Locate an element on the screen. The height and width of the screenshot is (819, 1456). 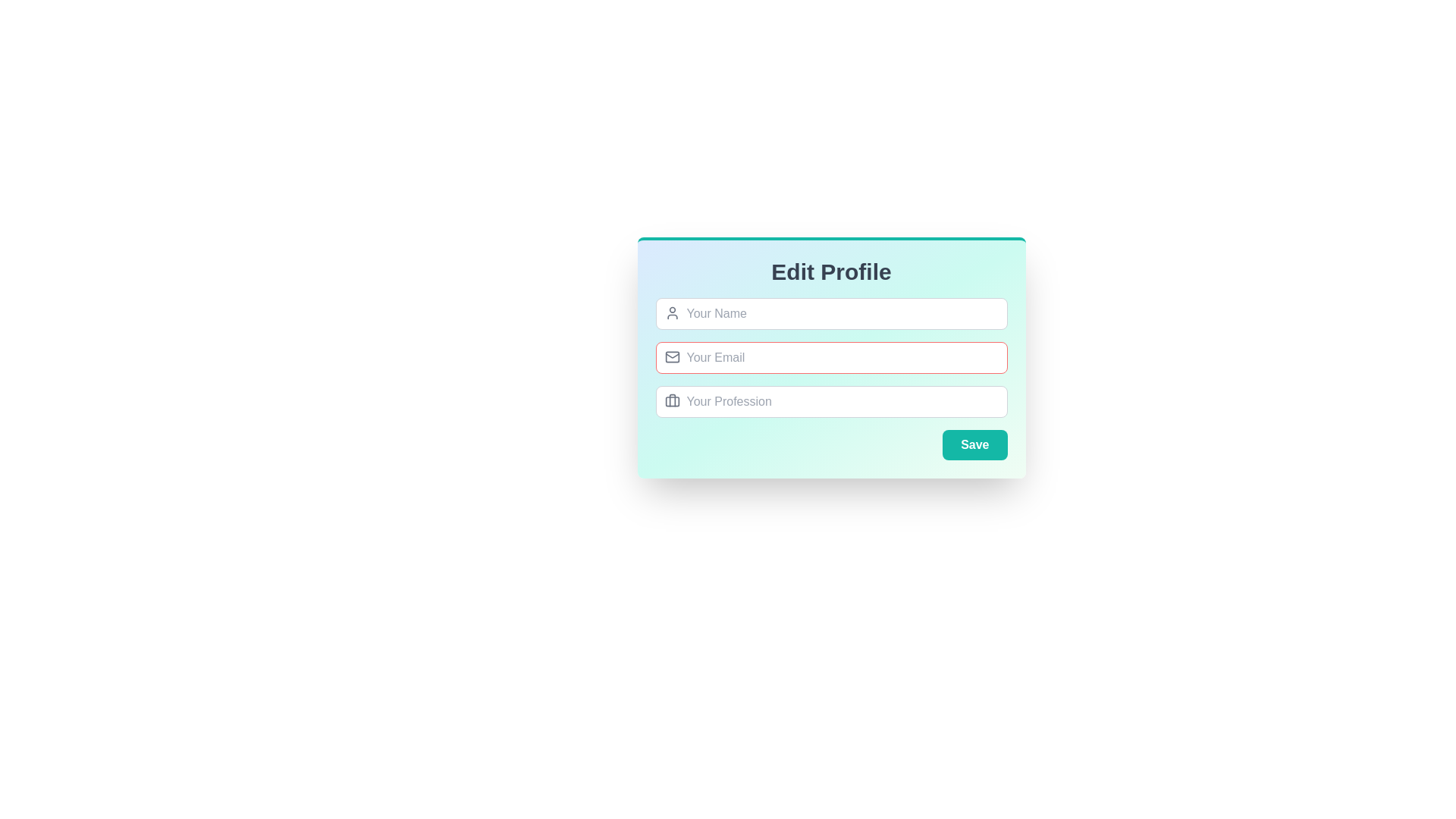
the email icon that is located inside the 'Your Email' input field, which is the second in a vertical list of three input fields is located at coordinates (671, 356).